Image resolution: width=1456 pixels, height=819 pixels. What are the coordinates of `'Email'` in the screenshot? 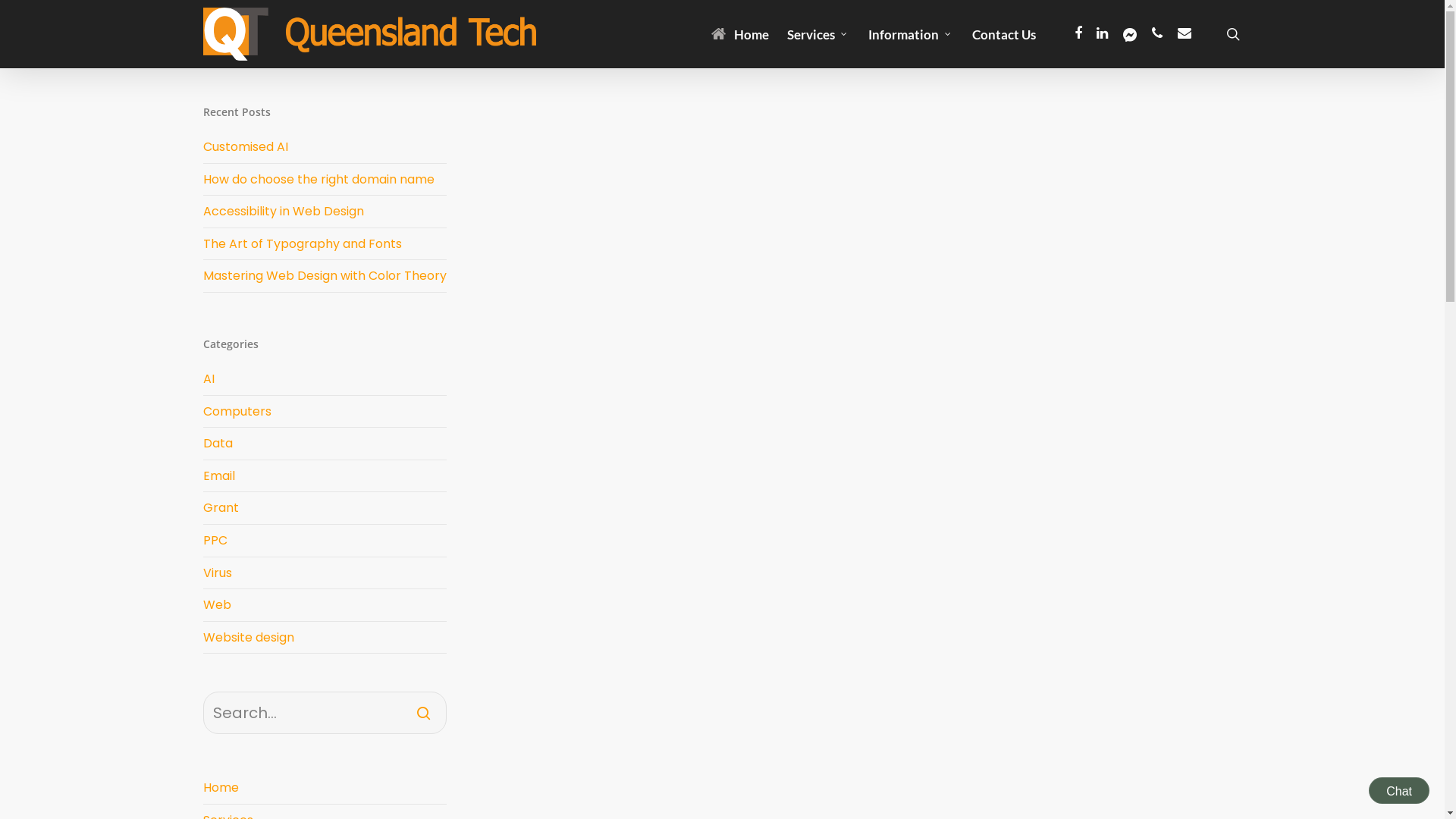 It's located at (324, 475).